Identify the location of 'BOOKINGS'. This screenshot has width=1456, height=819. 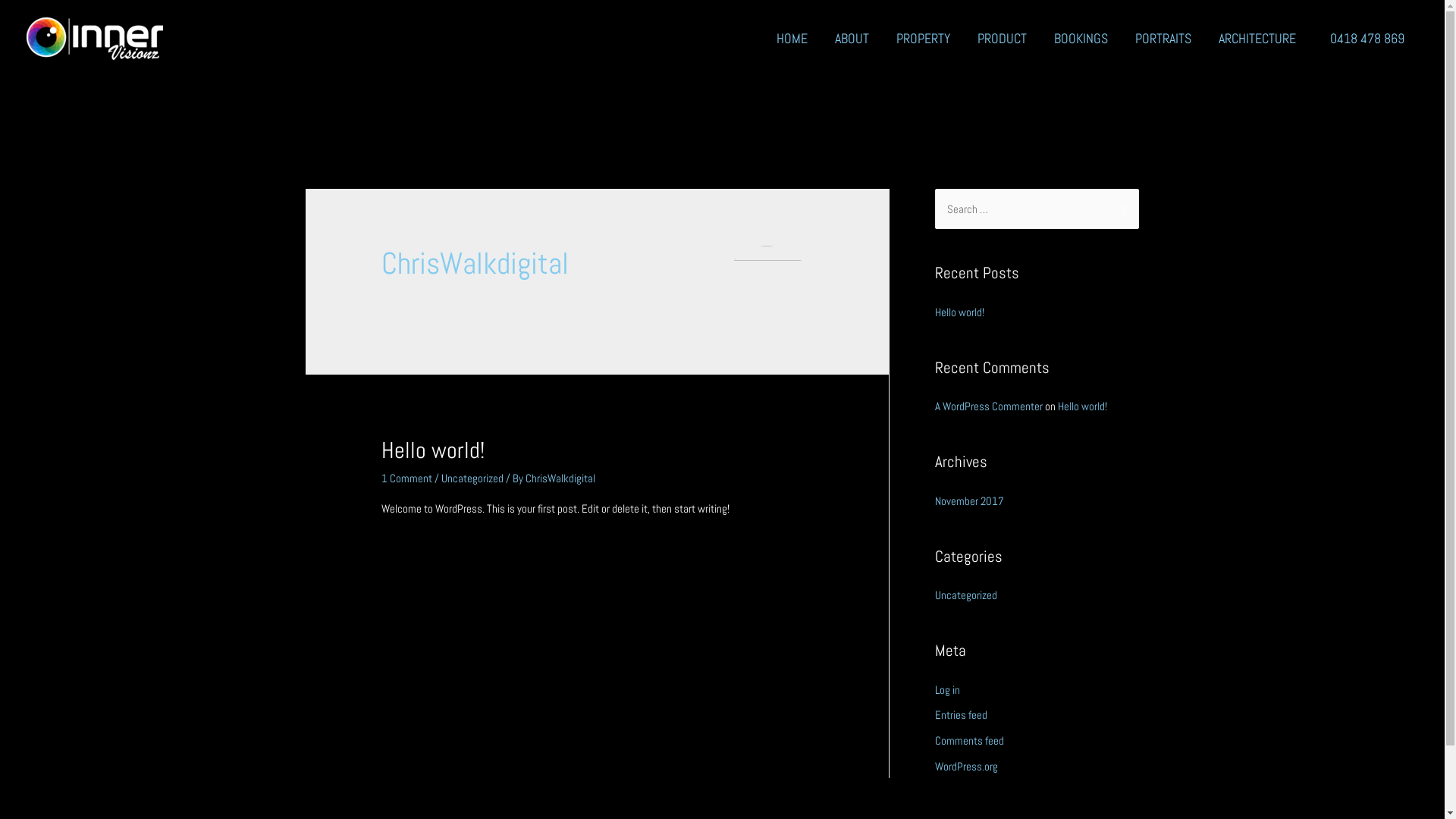
(1080, 37).